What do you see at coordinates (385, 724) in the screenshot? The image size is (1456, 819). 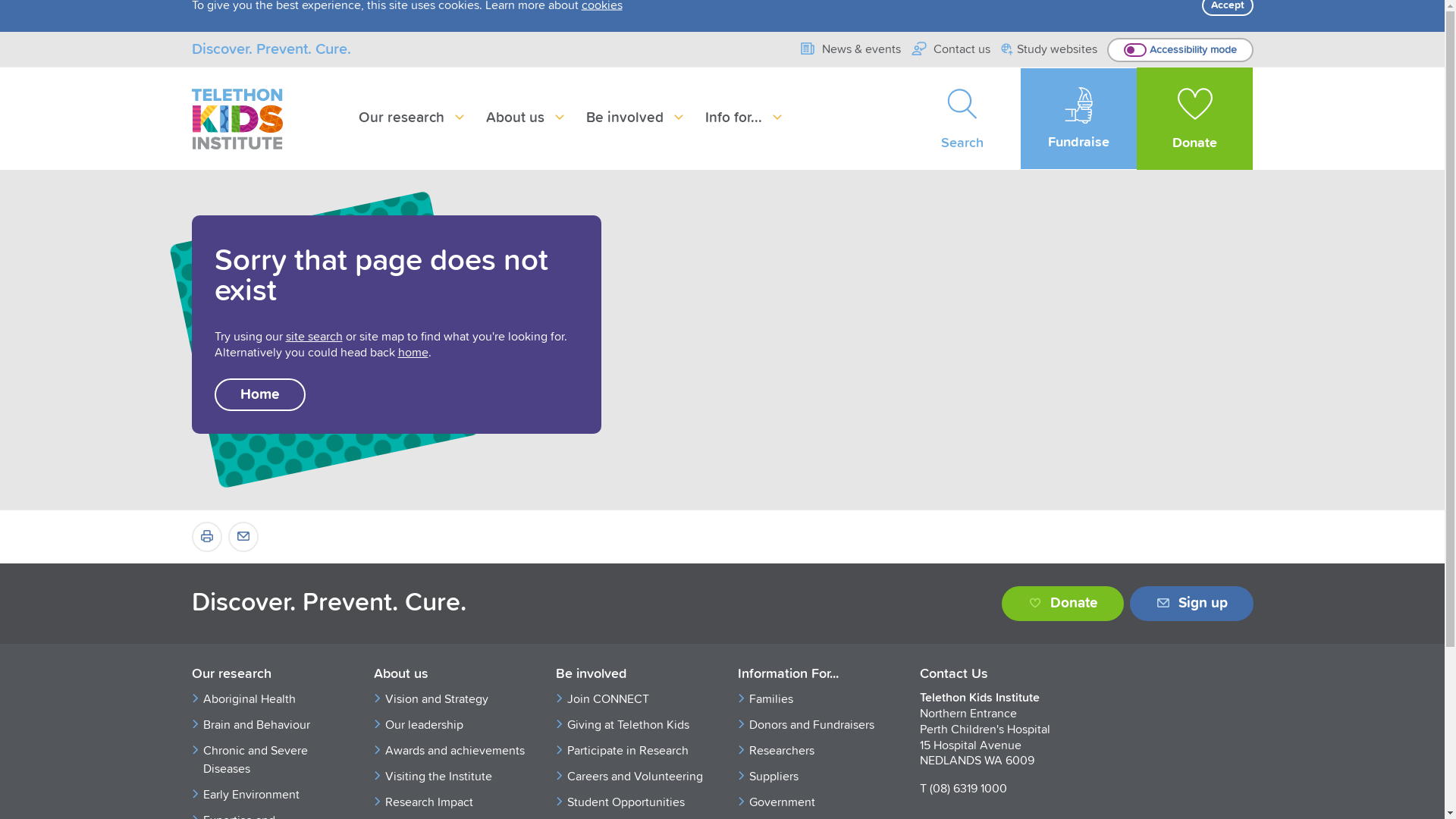 I see `'Our leadership'` at bounding box center [385, 724].